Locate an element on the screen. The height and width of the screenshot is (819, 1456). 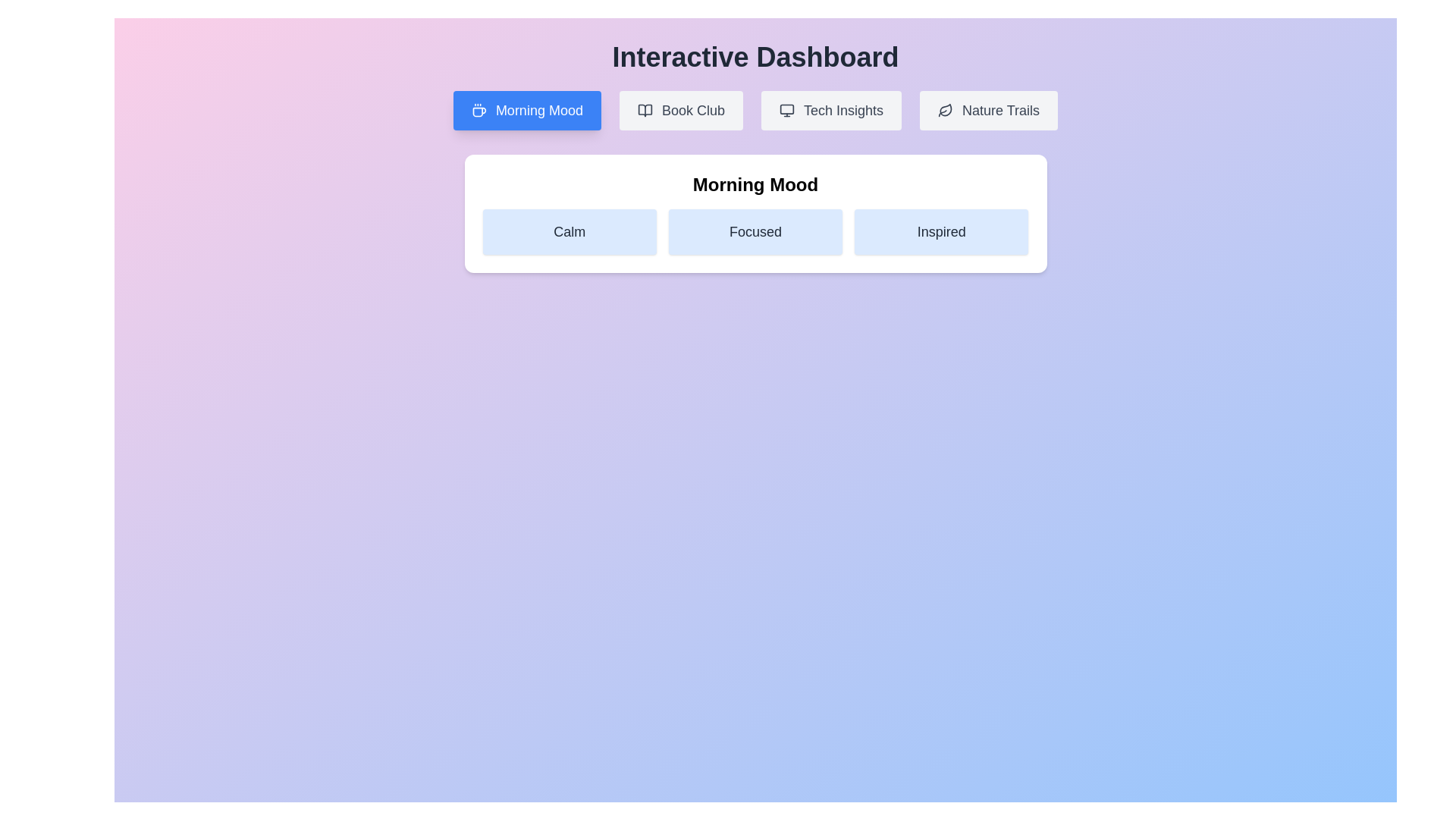
the first button under the 'Interactive Dashboard' heading is located at coordinates (527, 110).